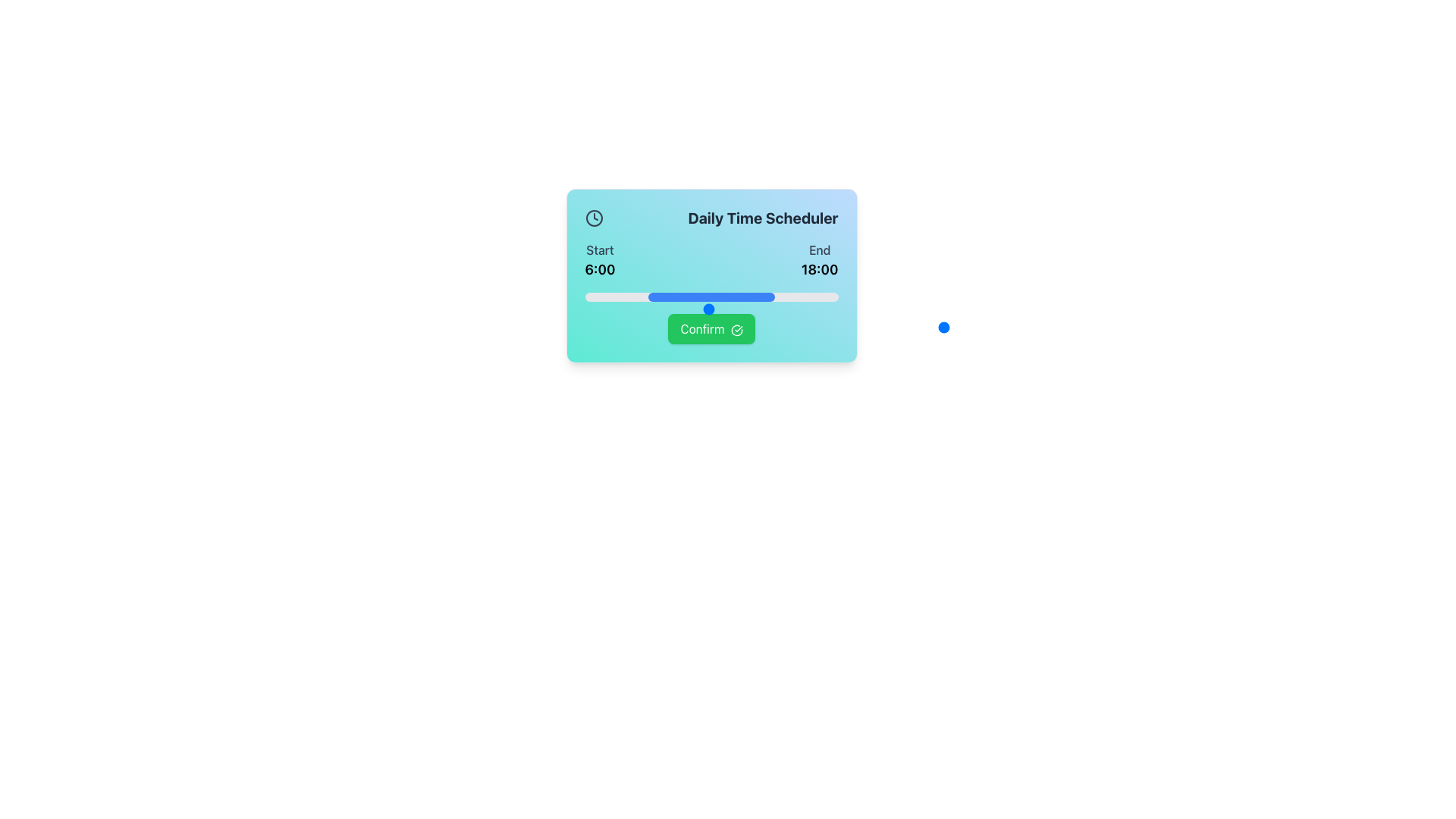 This screenshot has width=1456, height=819. I want to click on the circular checkmark icon inside the green 'Confirm' button, located near the right side of the button, so click(736, 329).